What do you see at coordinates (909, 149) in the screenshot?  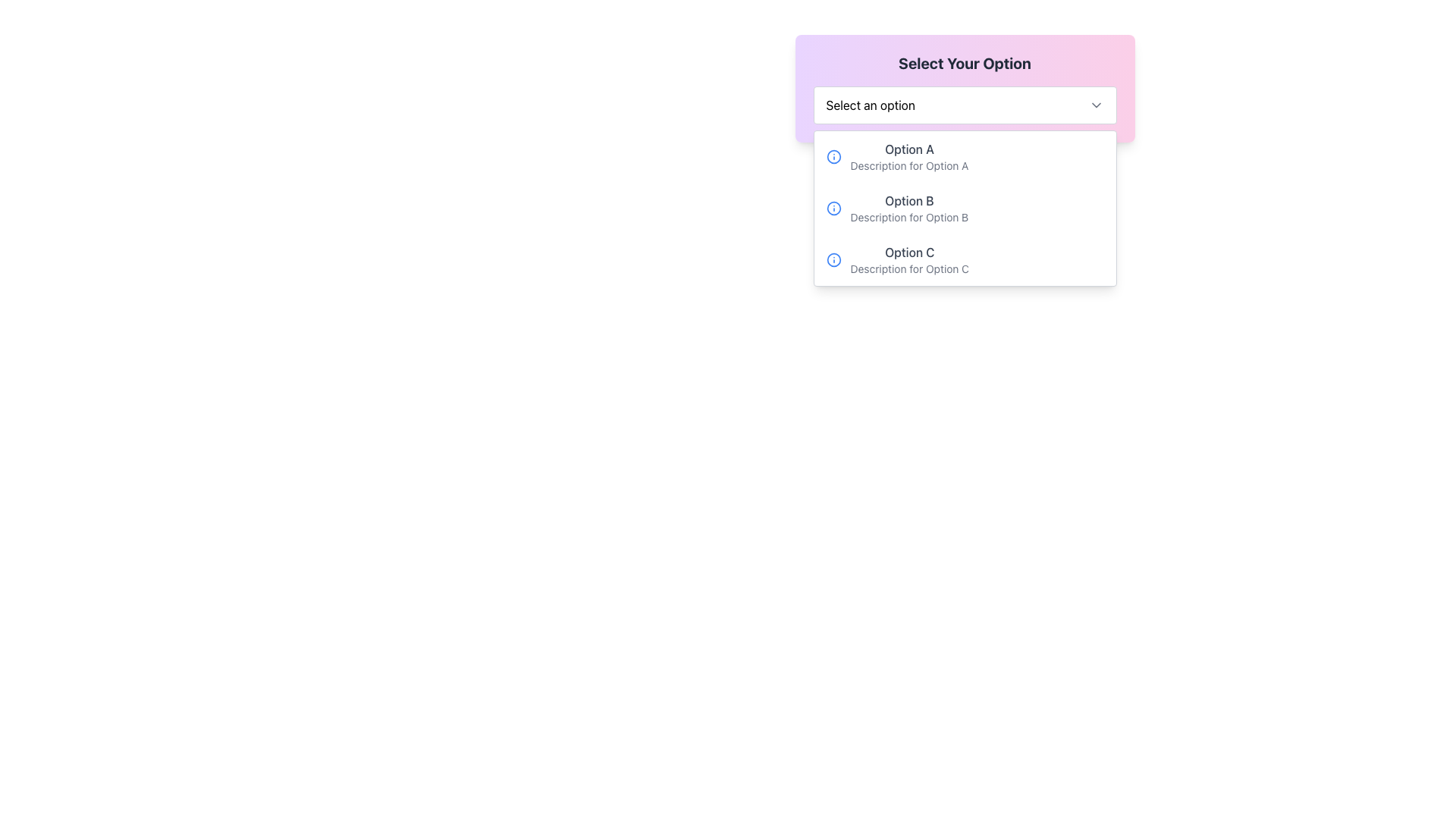 I see `the text label 'Option A' which is styled in medium font weight and dark gray color, positioned above 'Description for Option A' in the dropdown-like list` at bounding box center [909, 149].